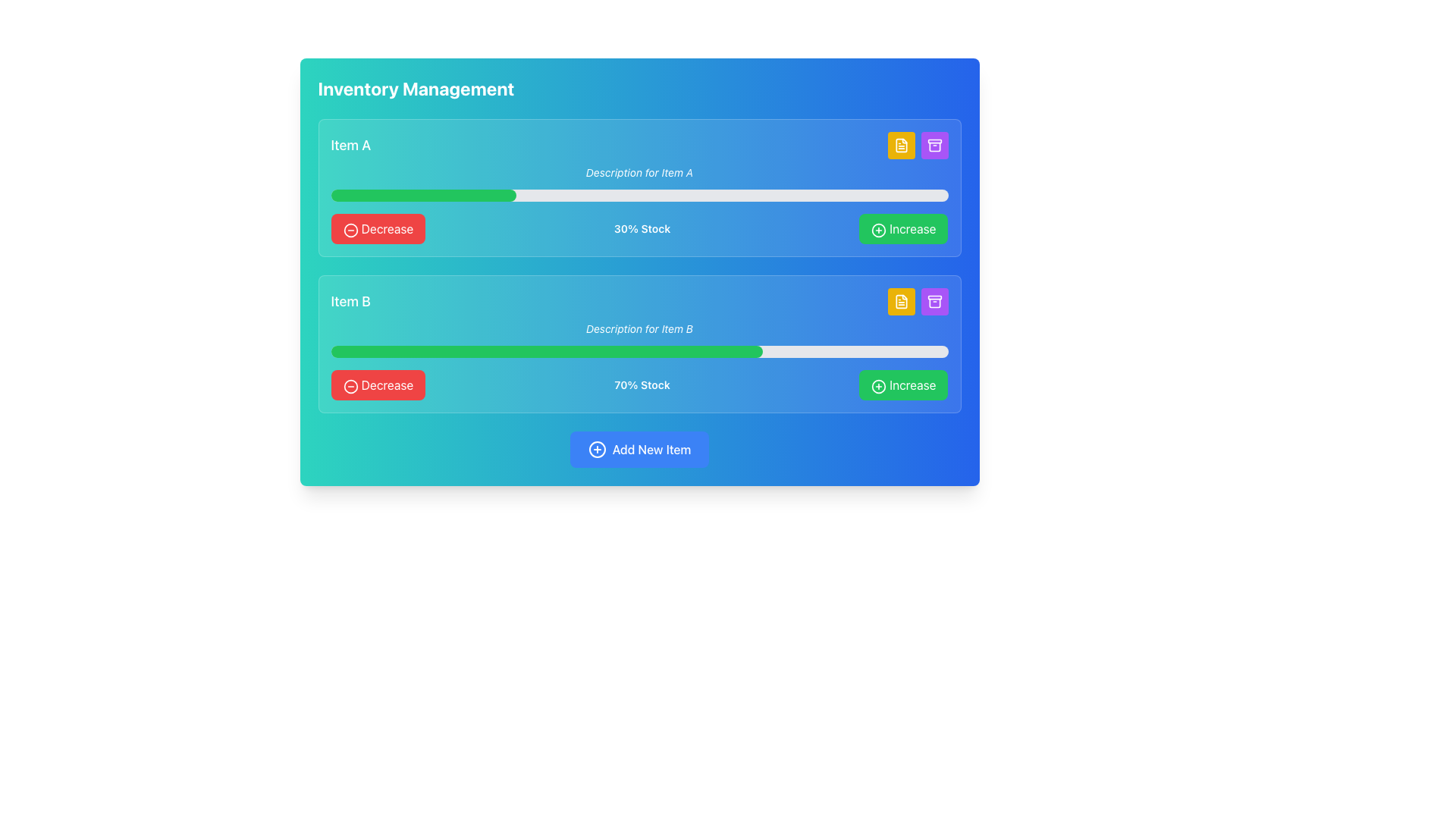 Image resolution: width=1456 pixels, height=819 pixels. Describe the element at coordinates (901, 301) in the screenshot. I see `the second icon in the horizontal row of three icons at the top right corner of the 'Item B' inventory section` at that location.